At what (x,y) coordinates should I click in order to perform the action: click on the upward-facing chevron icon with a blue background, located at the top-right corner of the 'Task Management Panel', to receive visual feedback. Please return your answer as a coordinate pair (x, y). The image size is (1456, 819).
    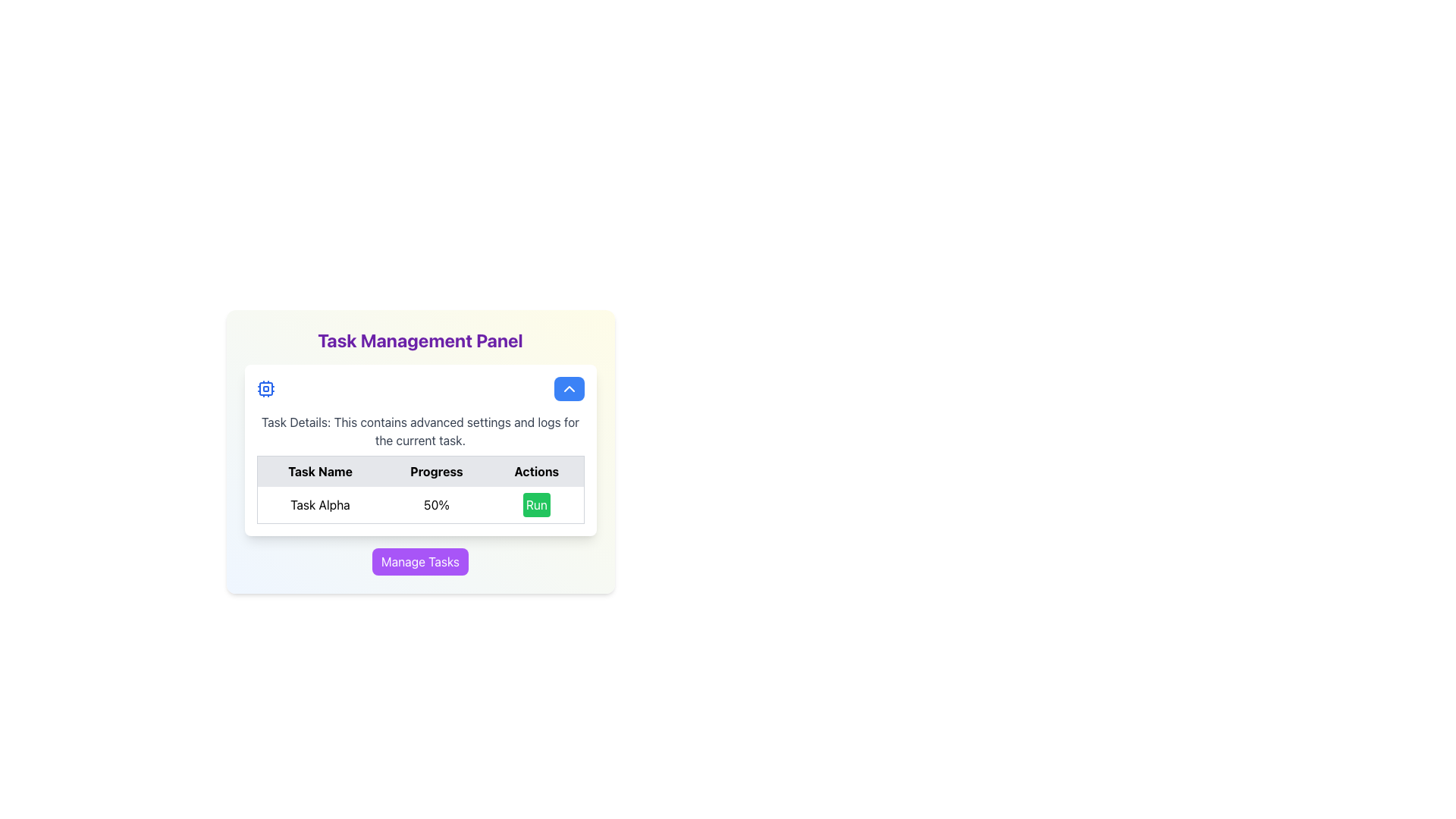
    Looking at the image, I should click on (568, 388).